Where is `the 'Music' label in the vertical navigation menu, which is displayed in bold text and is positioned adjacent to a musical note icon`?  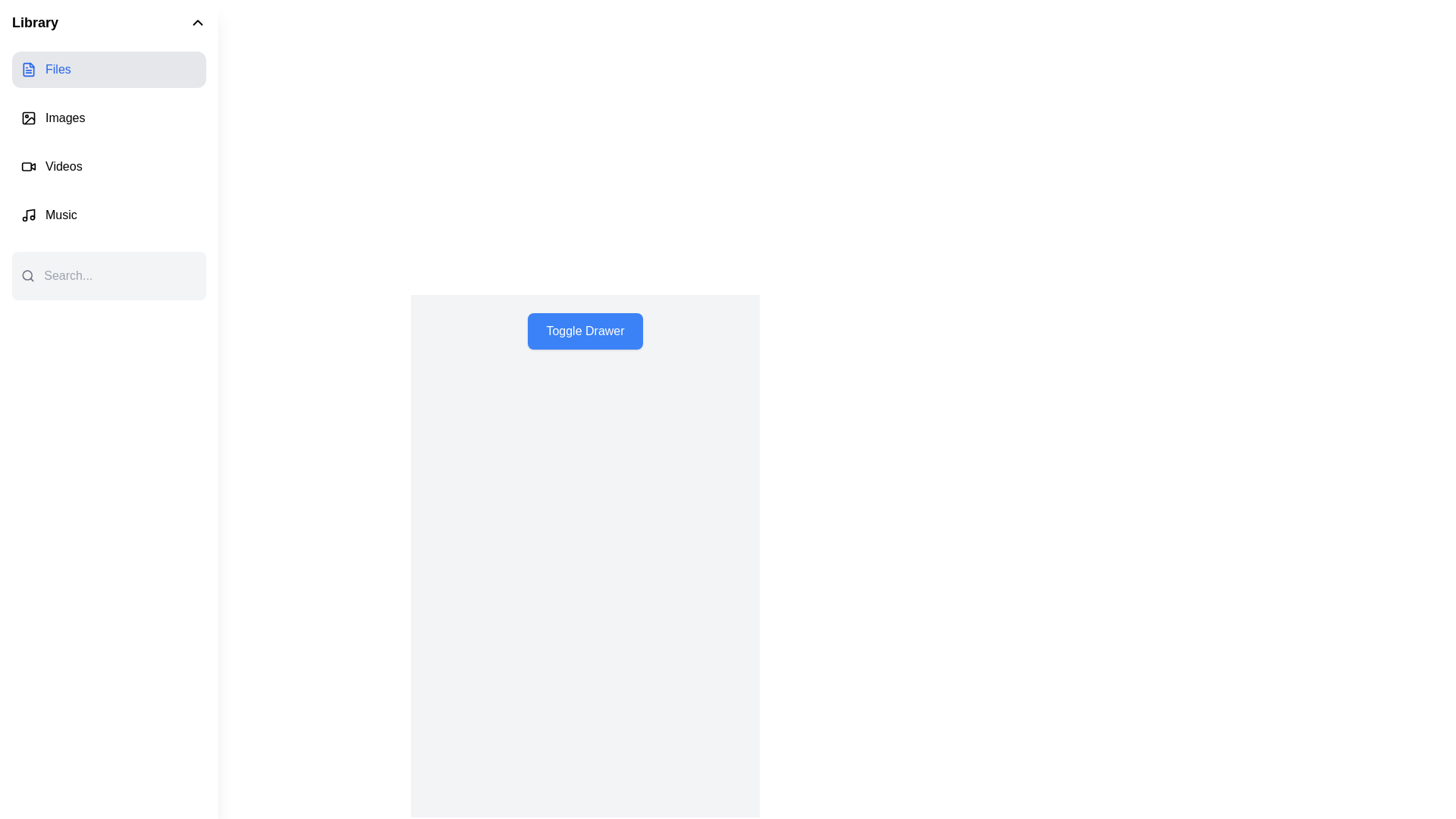 the 'Music' label in the vertical navigation menu, which is displayed in bold text and is positioned adjacent to a musical note icon is located at coordinates (61, 215).